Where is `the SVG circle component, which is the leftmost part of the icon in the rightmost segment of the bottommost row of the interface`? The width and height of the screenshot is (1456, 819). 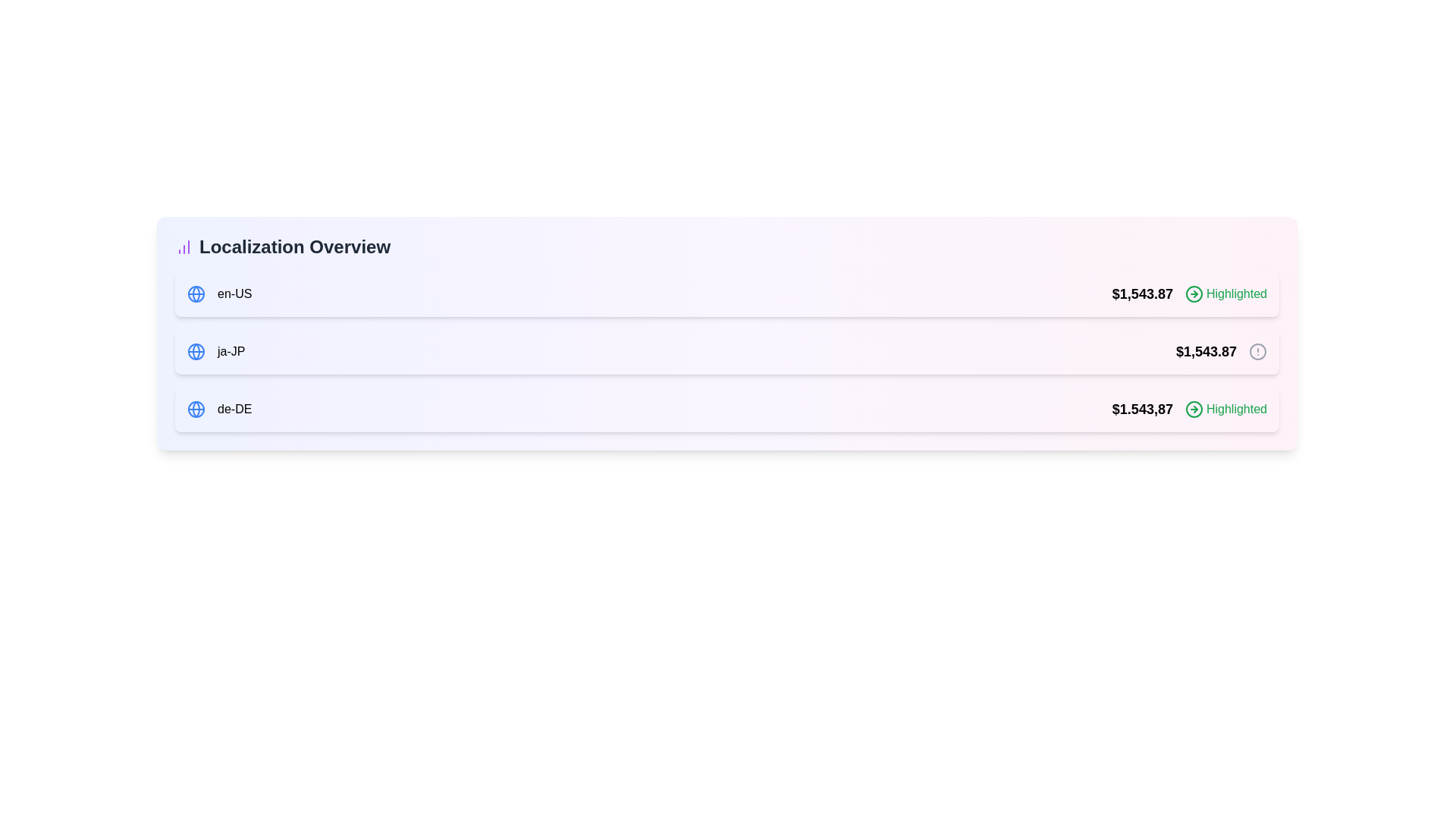 the SVG circle component, which is the leftmost part of the icon in the rightmost segment of the bottommost row of the interface is located at coordinates (1193, 409).